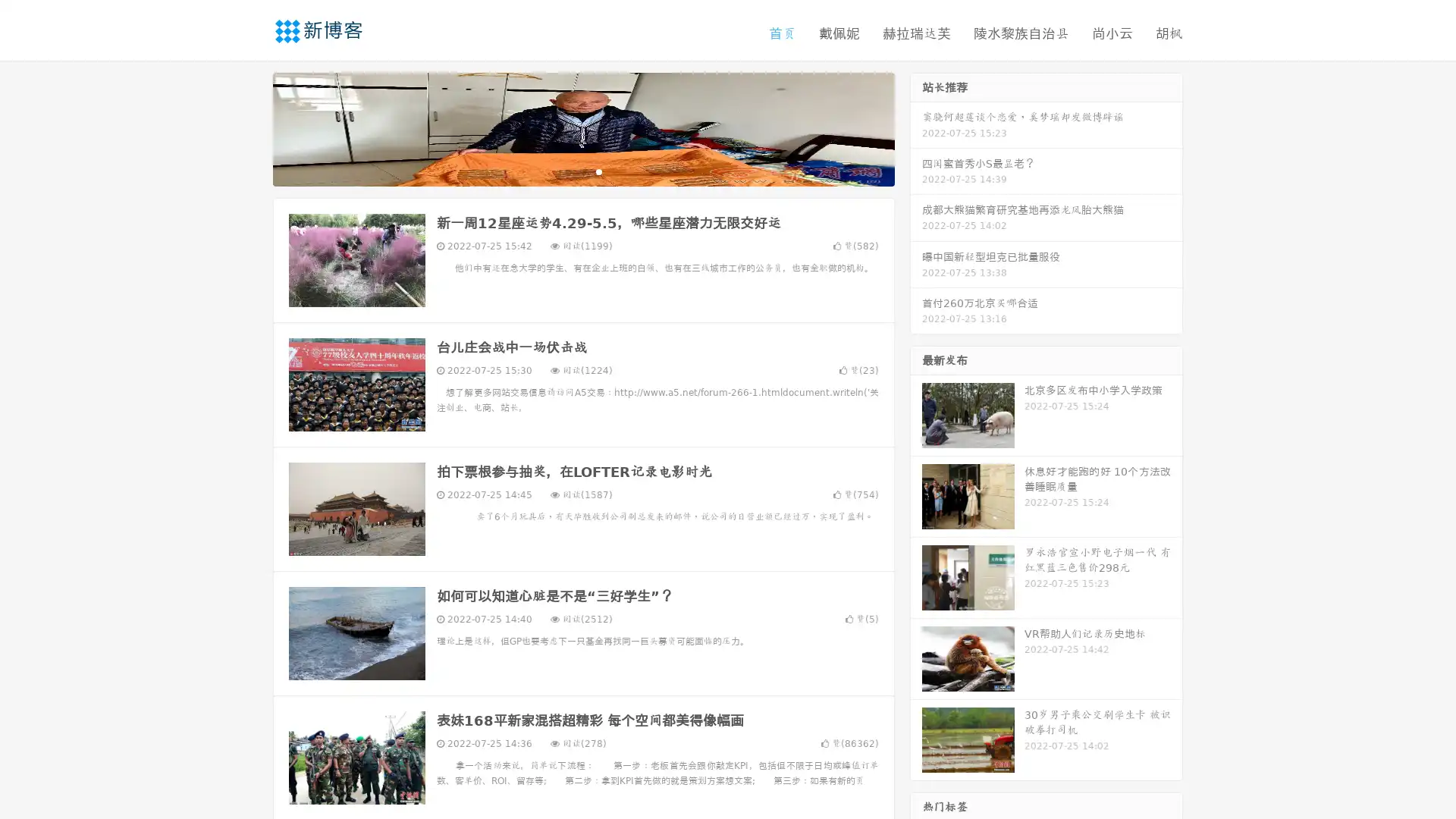 Image resolution: width=1456 pixels, height=819 pixels. What do you see at coordinates (250, 127) in the screenshot?
I see `Previous slide` at bounding box center [250, 127].